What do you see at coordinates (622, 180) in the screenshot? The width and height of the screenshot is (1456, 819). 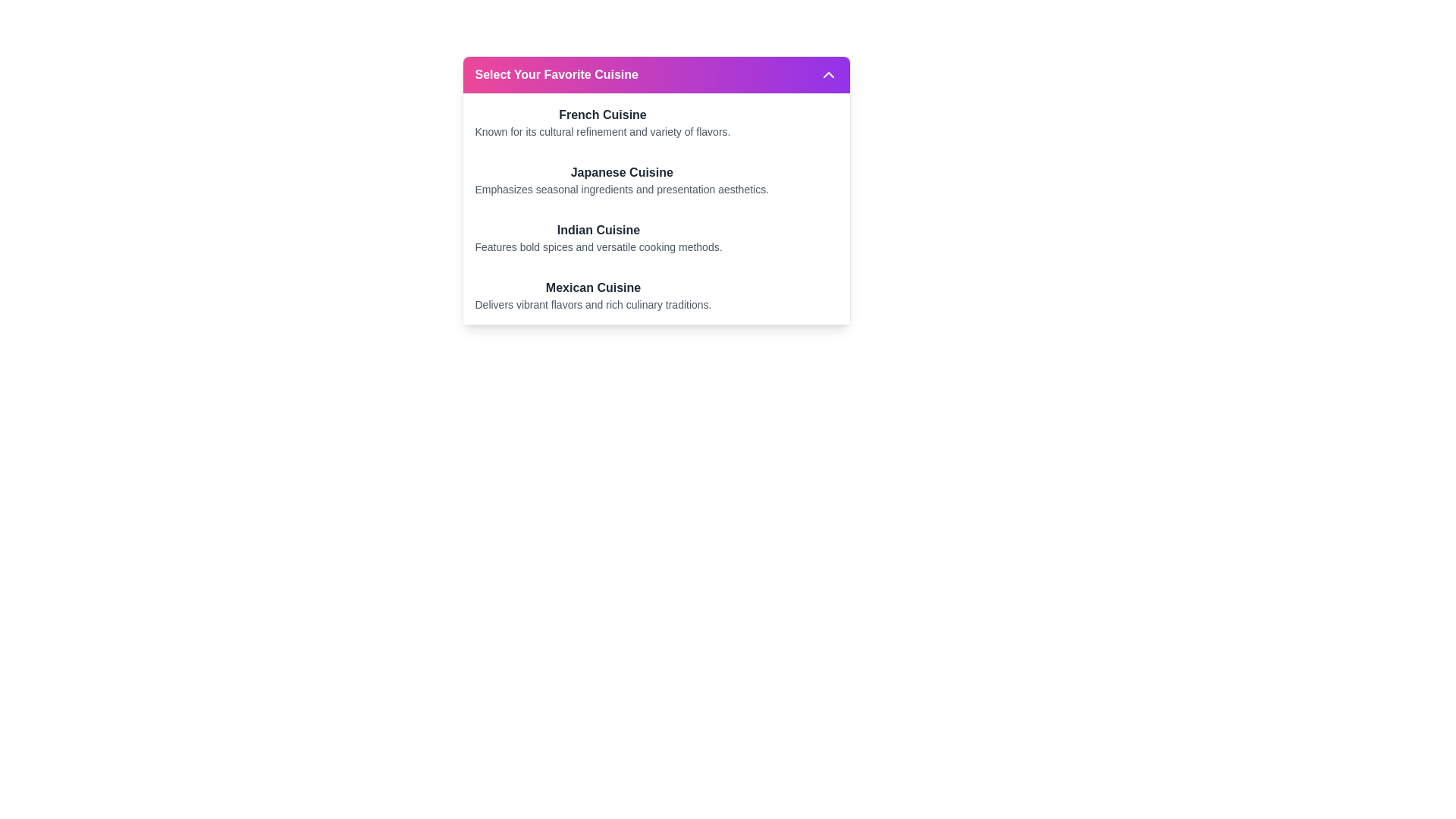 I see `informational text block about Japanese Cuisine, which is the second item in the selection menu below 'Select Your Favorite Cuisine.'` at bounding box center [622, 180].